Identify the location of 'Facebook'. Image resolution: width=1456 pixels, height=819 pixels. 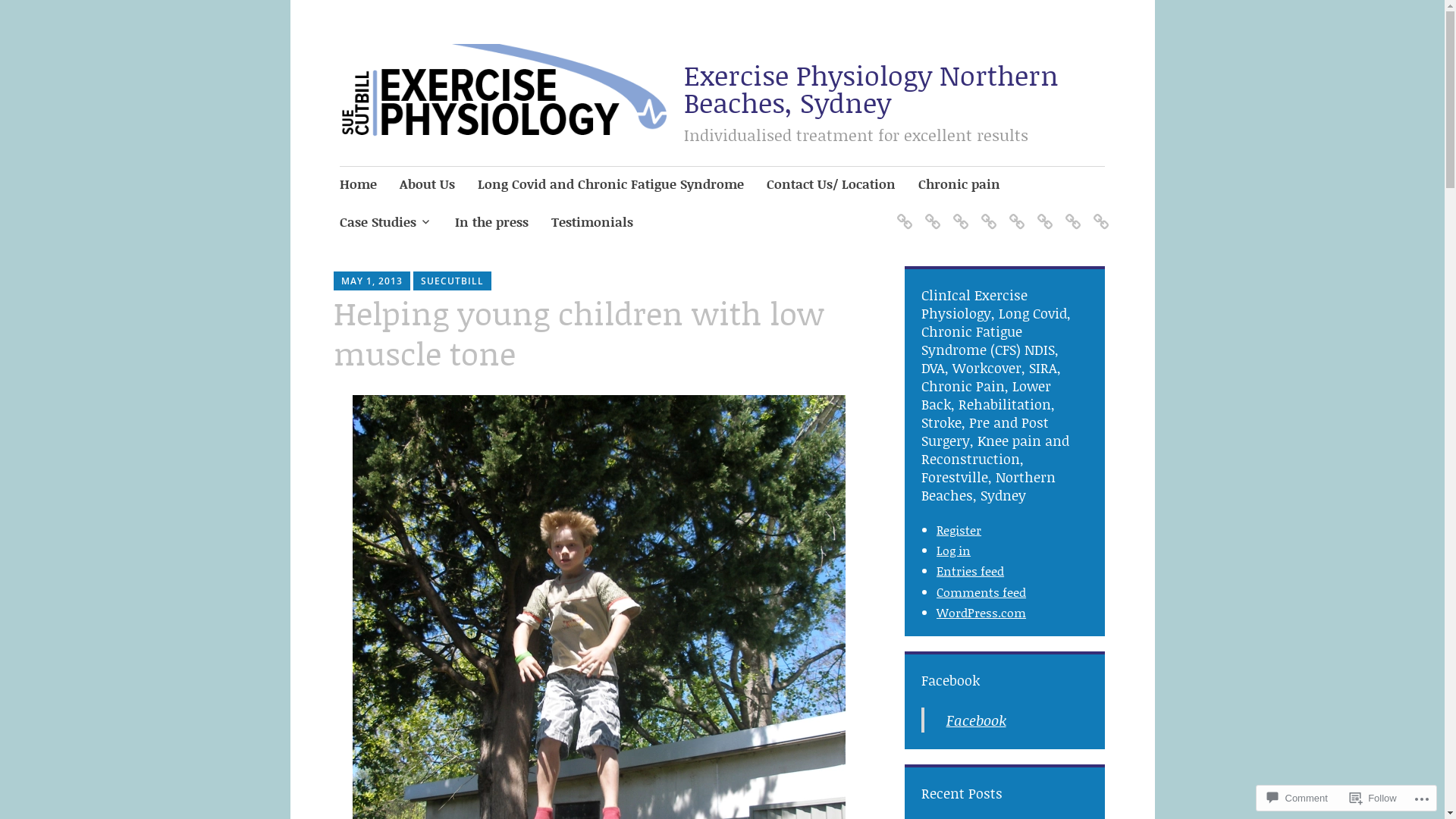
(949, 679).